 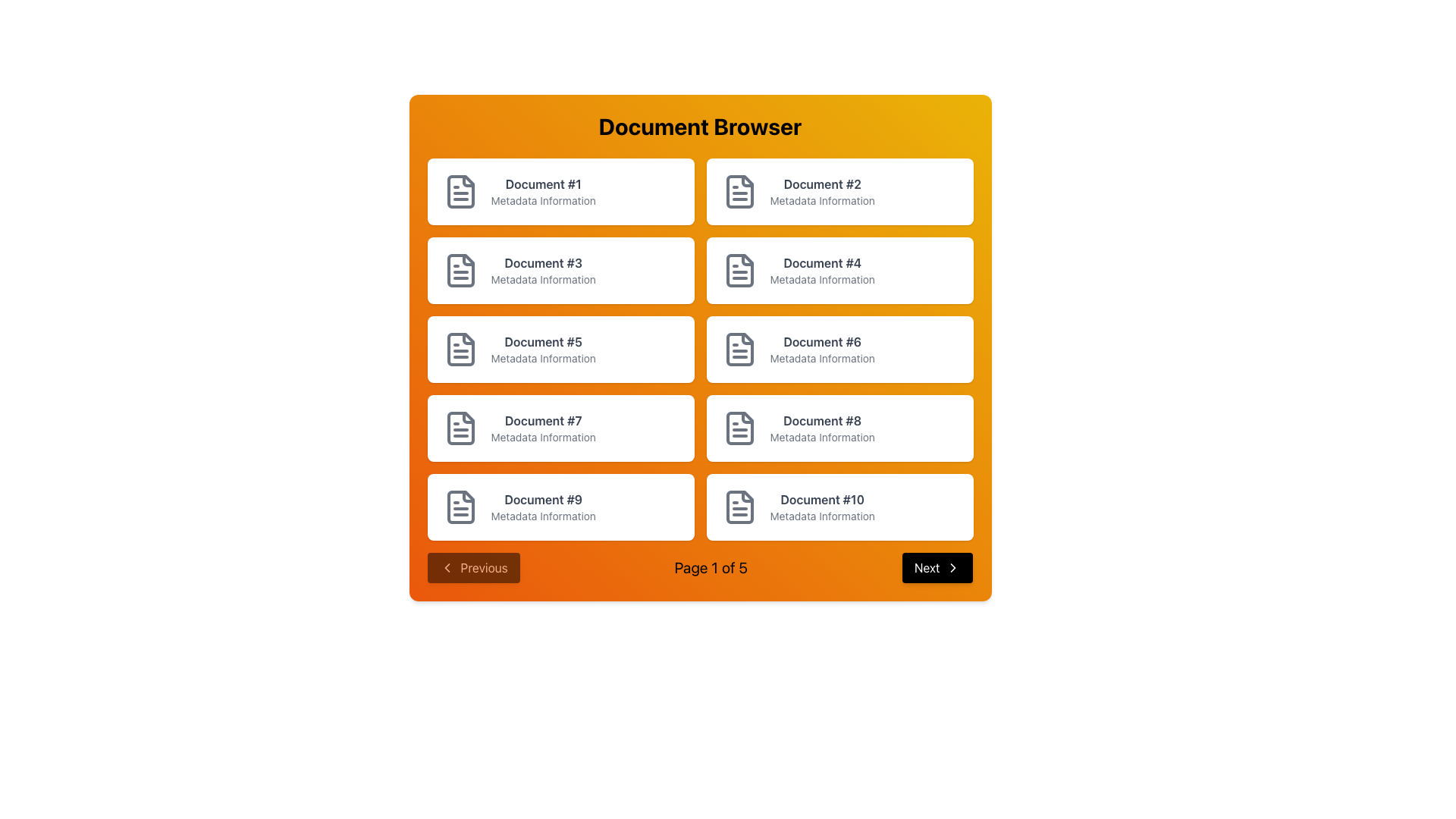 What do you see at coordinates (543, 438) in the screenshot?
I see `the text label displaying 'Metadata Information' located beneath the main title 'Document #7'` at bounding box center [543, 438].